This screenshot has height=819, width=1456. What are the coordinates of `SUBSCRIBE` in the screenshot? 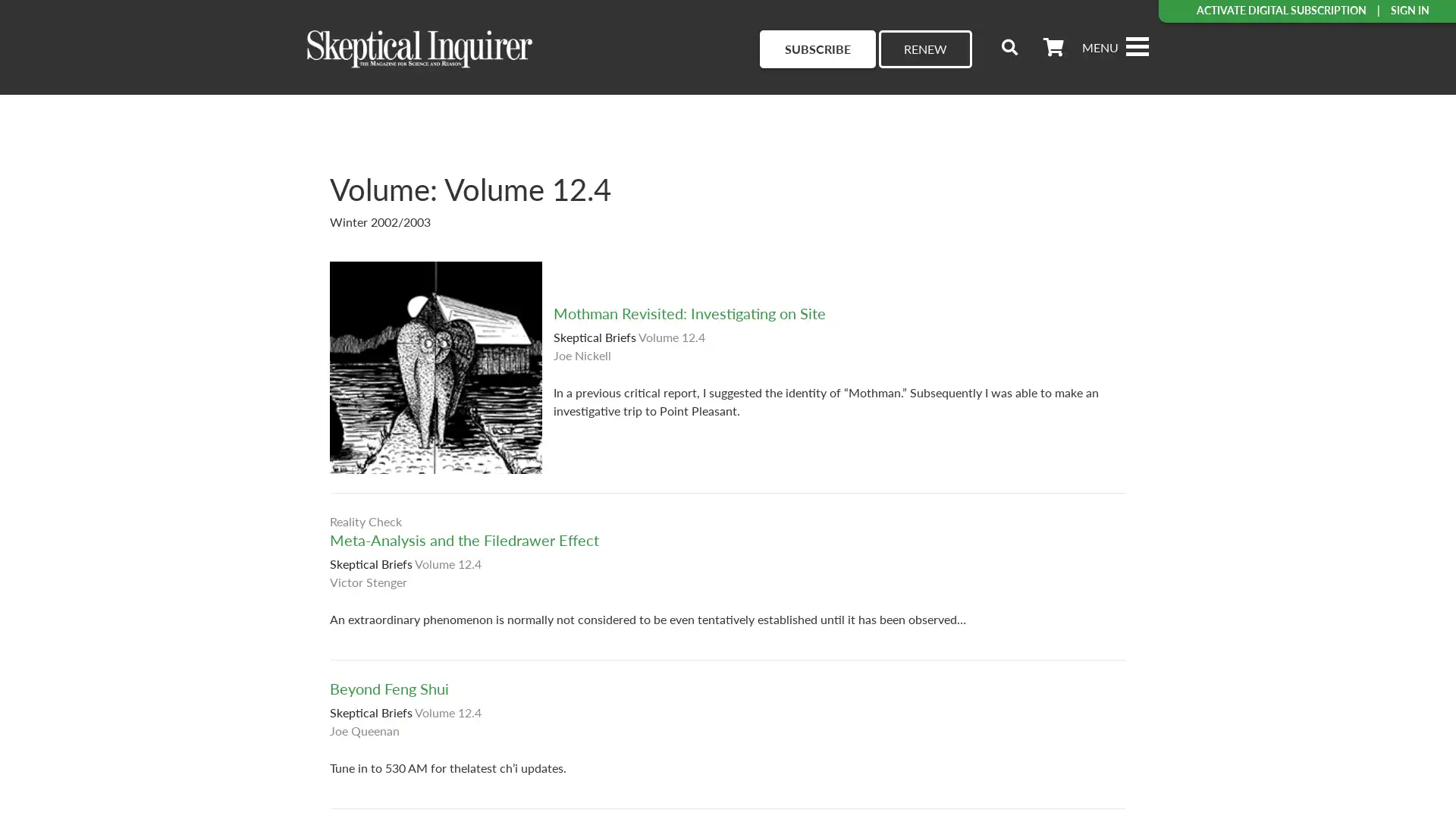 It's located at (817, 49).